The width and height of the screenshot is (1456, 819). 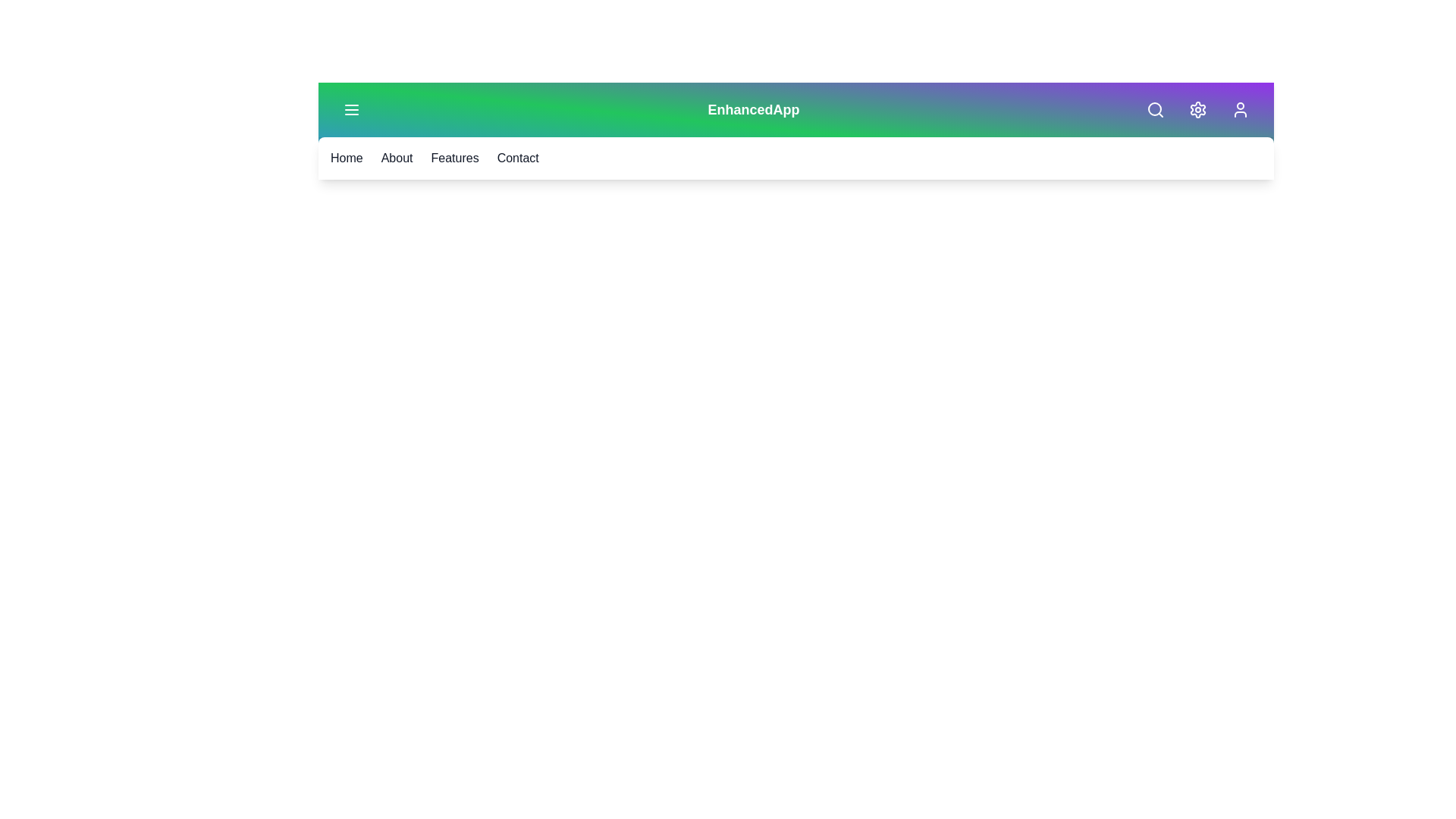 What do you see at coordinates (454, 158) in the screenshot?
I see `the navigation link labeled 'Features'` at bounding box center [454, 158].